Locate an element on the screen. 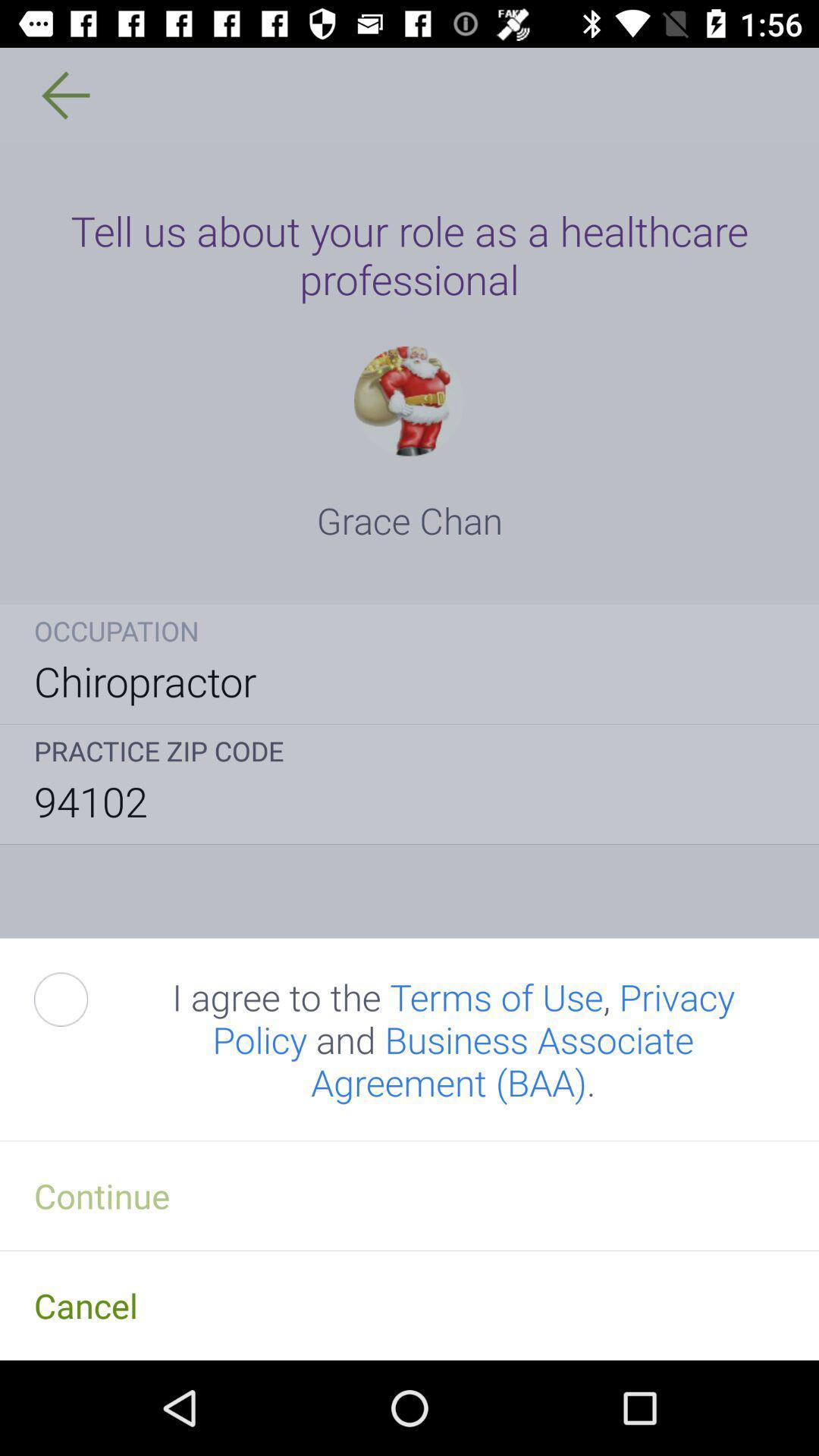 The height and width of the screenshot is (1456, 819). cancel is located at coordinates (409, 1304).